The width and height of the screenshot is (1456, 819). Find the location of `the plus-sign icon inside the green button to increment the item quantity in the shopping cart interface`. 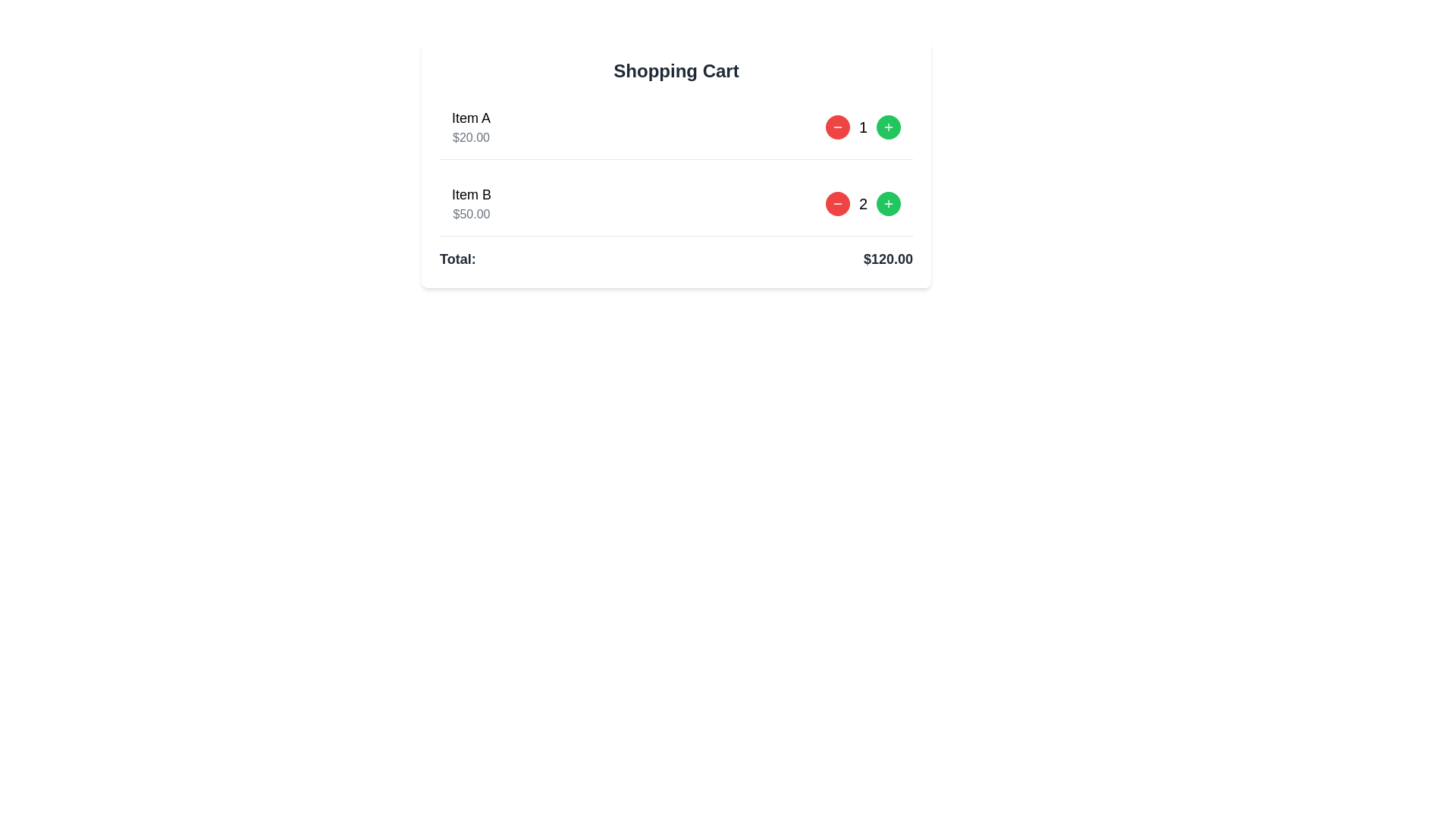

the plus-sign icon inside the green button to increment the item quantity in the shopping cart interface is located at coordinates (888, 203).